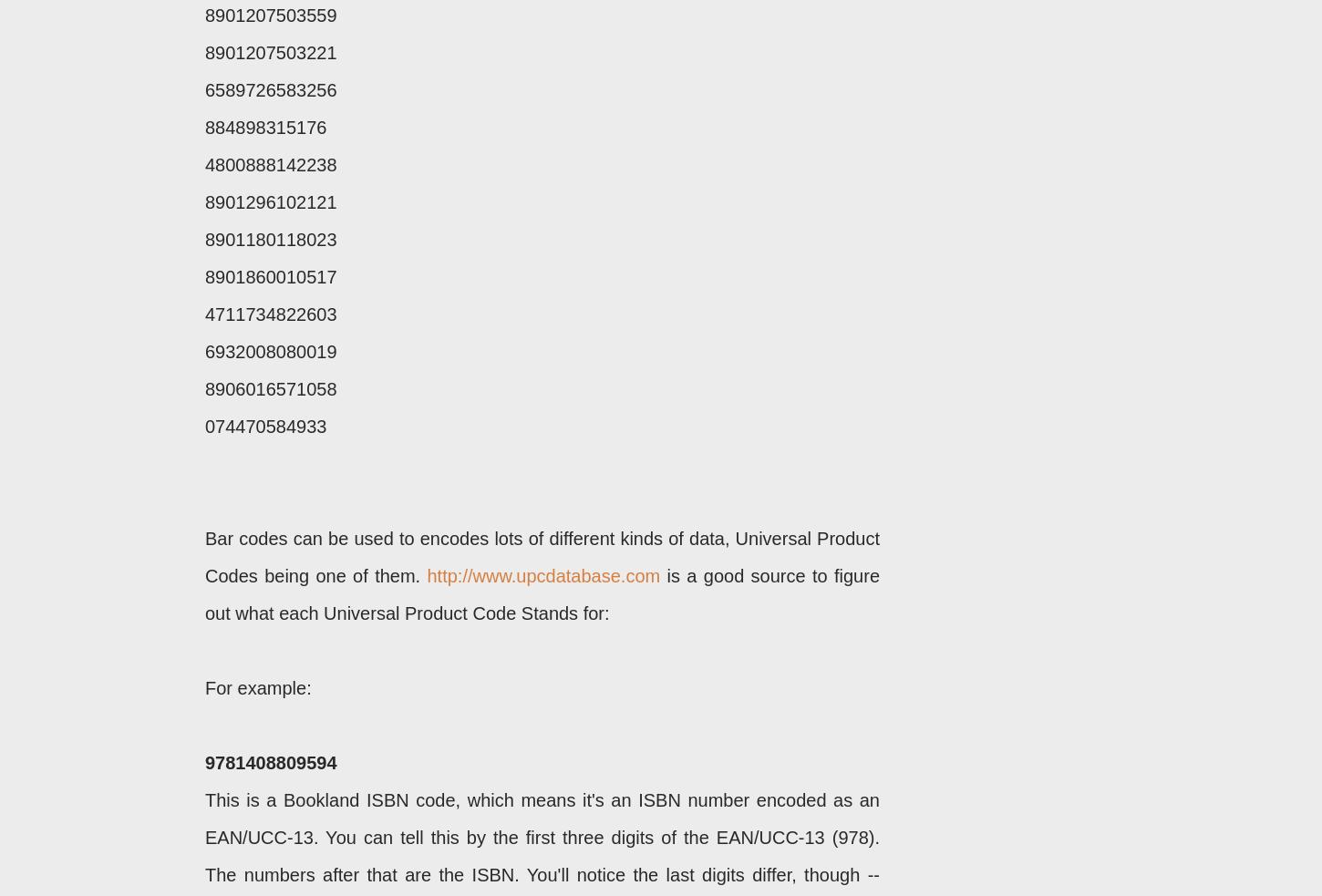  I want to click on 'is a good source to figure out what each Universal Product Code Stands for:', so click(542, 594).